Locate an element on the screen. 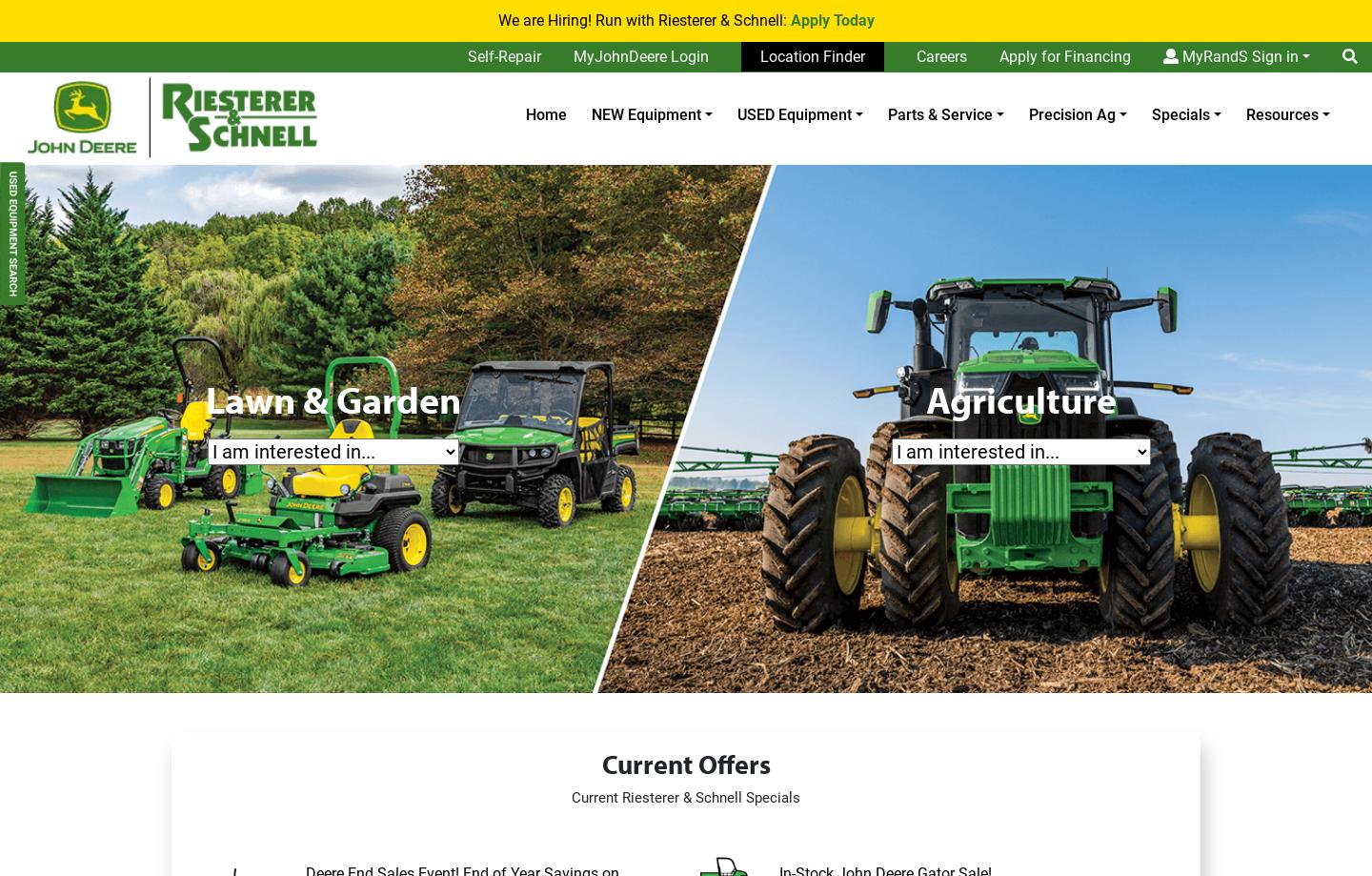 Image resolution: width=1372 pixels, height=876 pixels. 'Apply for Financing' is located at coordinates (1063, 56).